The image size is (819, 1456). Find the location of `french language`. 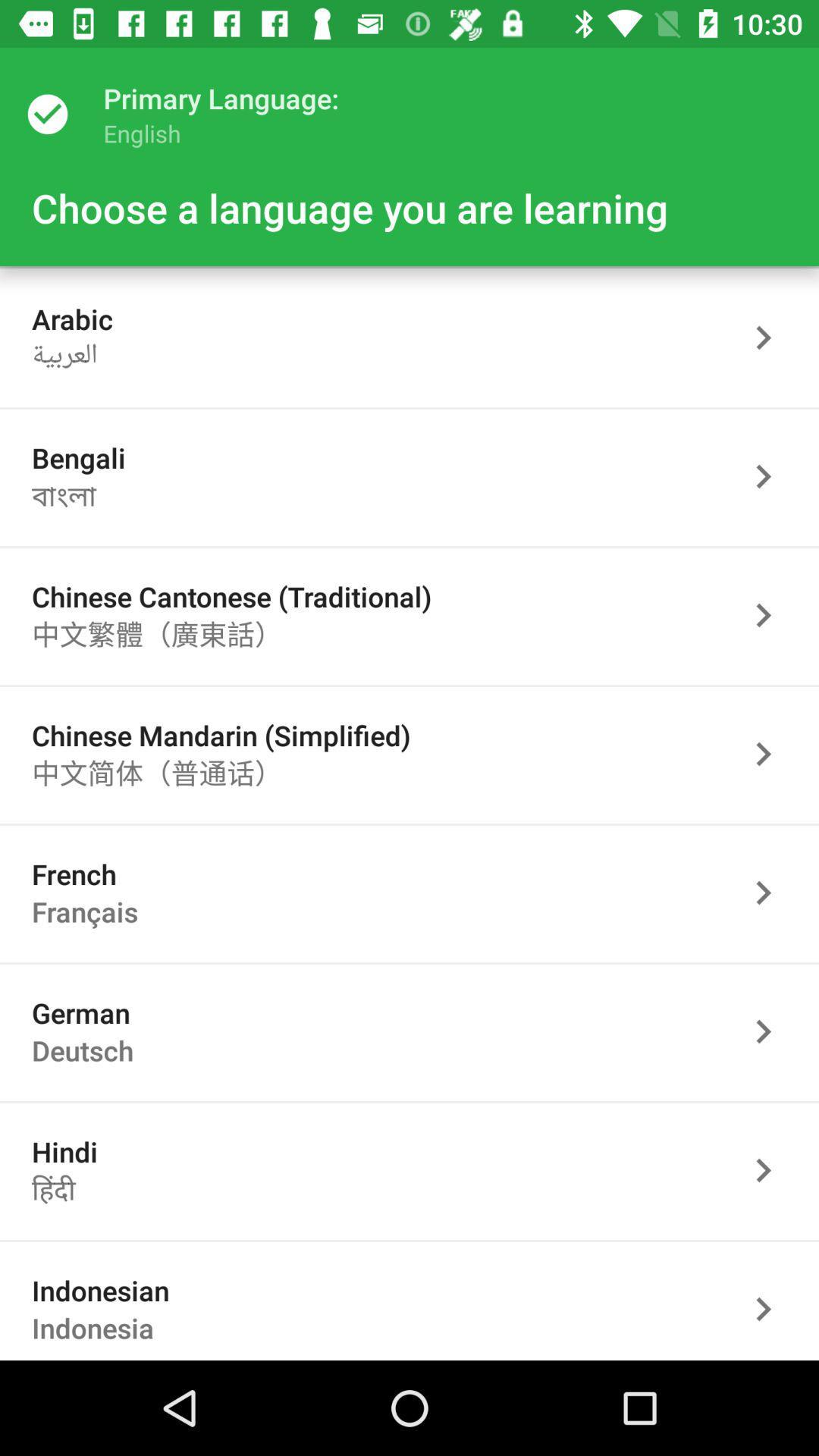

french language is located at coordinates (771, 893).